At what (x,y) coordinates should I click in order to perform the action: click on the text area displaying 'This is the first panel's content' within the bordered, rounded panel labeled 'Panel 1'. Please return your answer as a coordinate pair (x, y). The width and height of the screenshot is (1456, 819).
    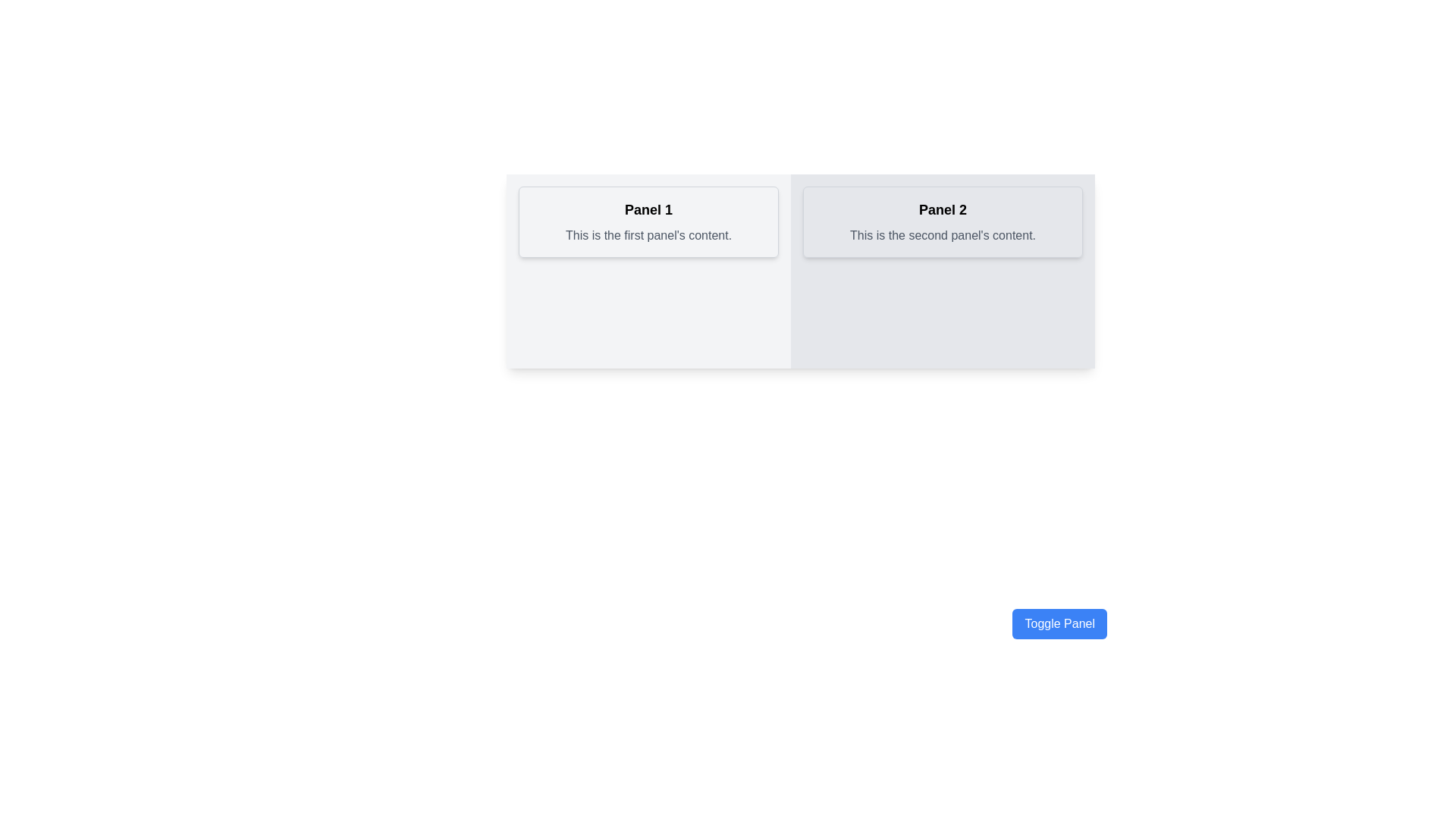
    Looking at the image, I should click on (648, 236).